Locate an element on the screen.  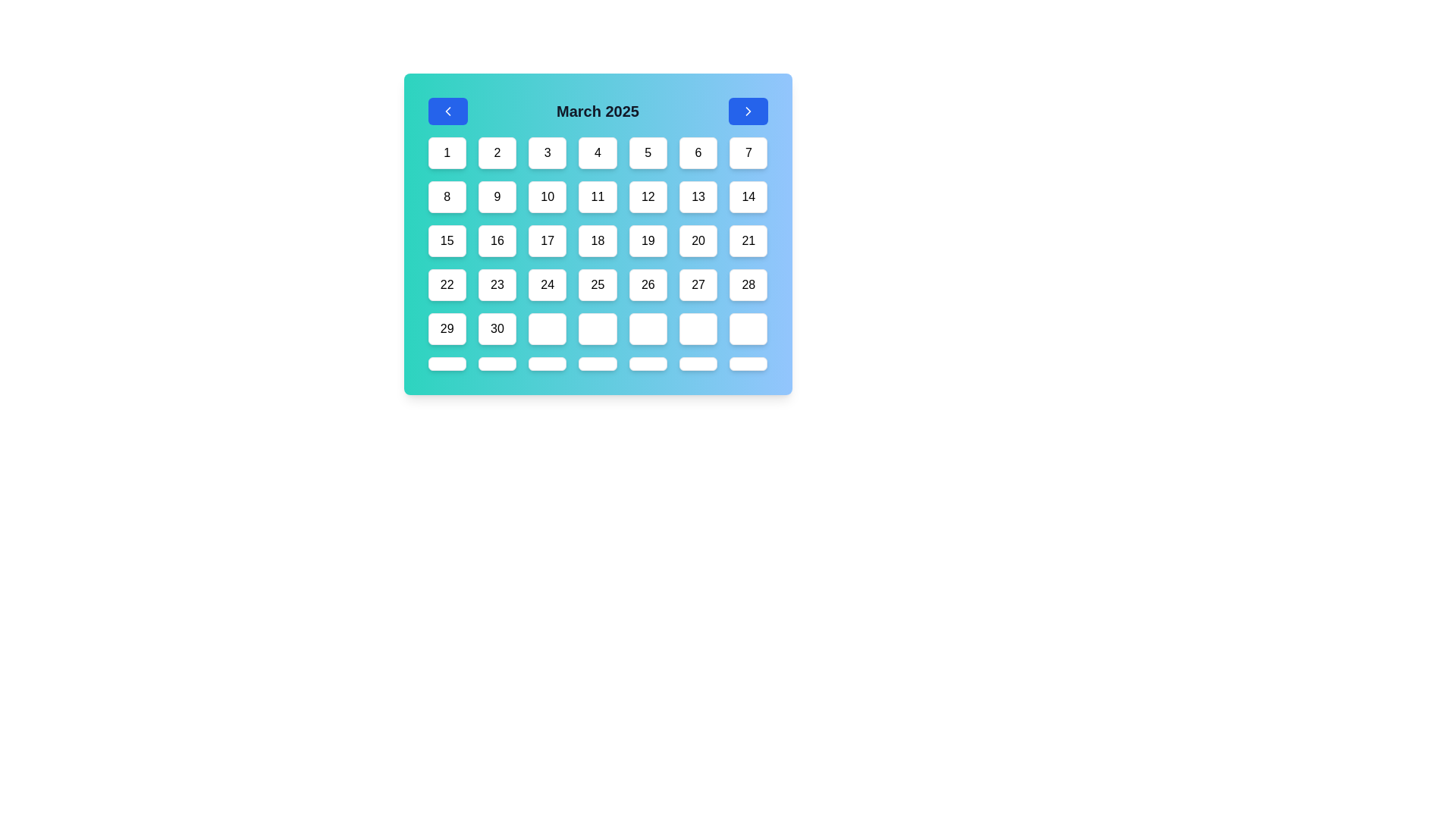
the chevron-shaped arrow icon within the blue rounded square button located on the top-right of the calendar header is located at coordinates (748, 110).